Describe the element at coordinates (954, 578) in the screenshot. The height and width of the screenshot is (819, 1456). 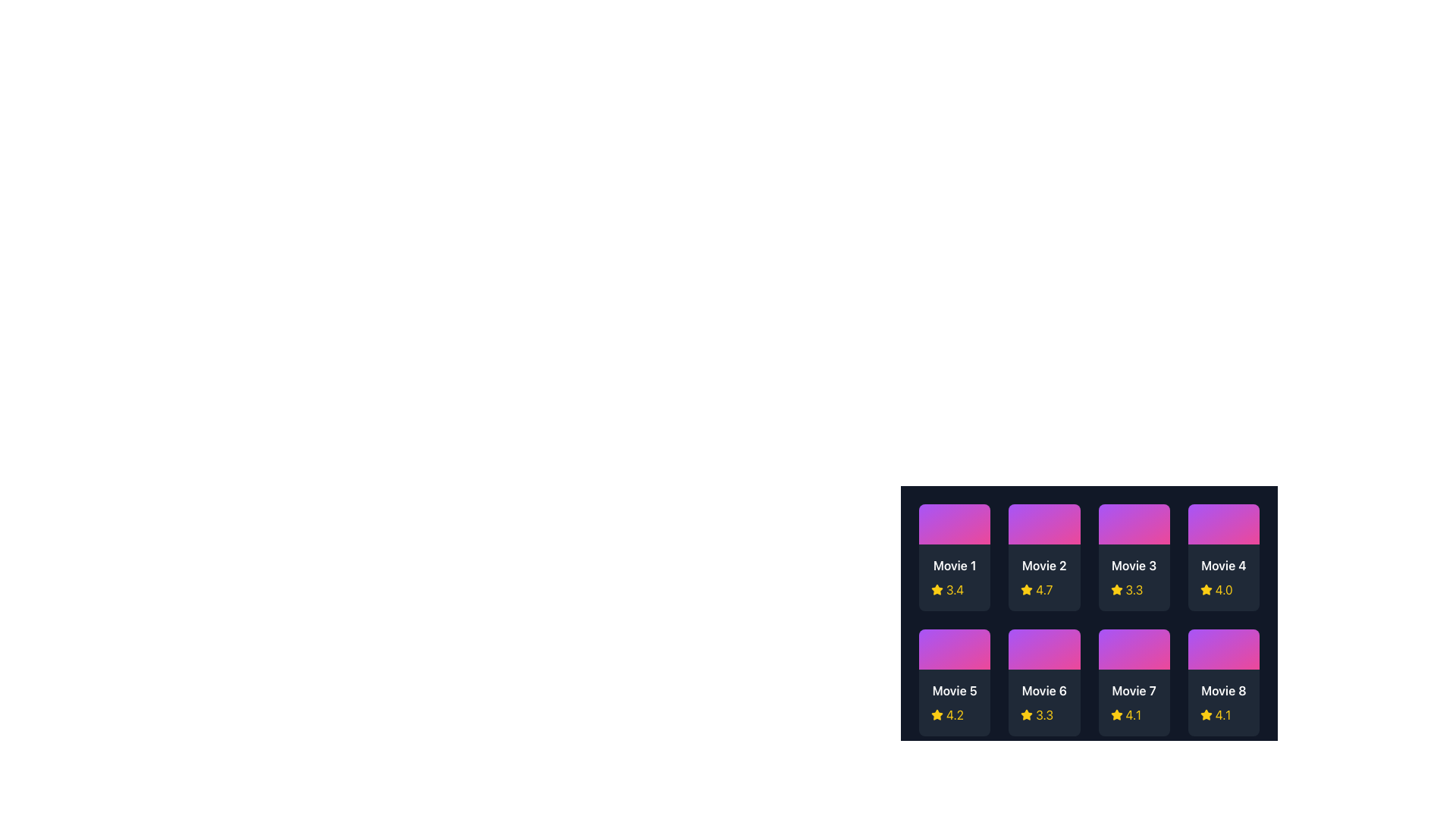
I see `the Information card titled 'Movie 1' that features a yellow star icon and a rating of '3.4' in a dark blue rectangle` at that location.